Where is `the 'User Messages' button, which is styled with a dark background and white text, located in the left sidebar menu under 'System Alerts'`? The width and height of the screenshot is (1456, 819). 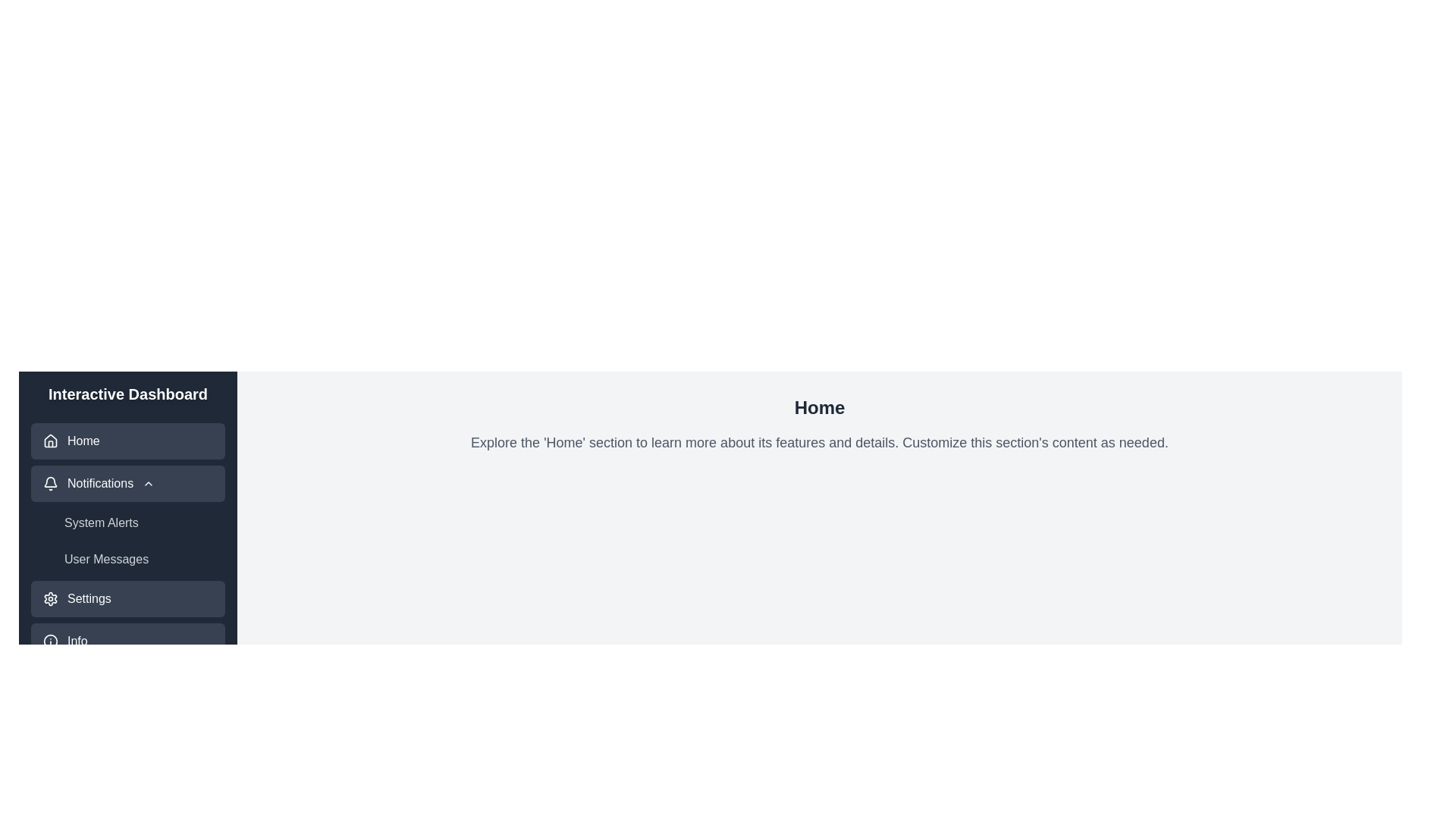
the 'User Messages' button, which is styled with a dark background and white text, located in the left sidebar menu under 'System Alerts' is located at coordinates (140, 559).